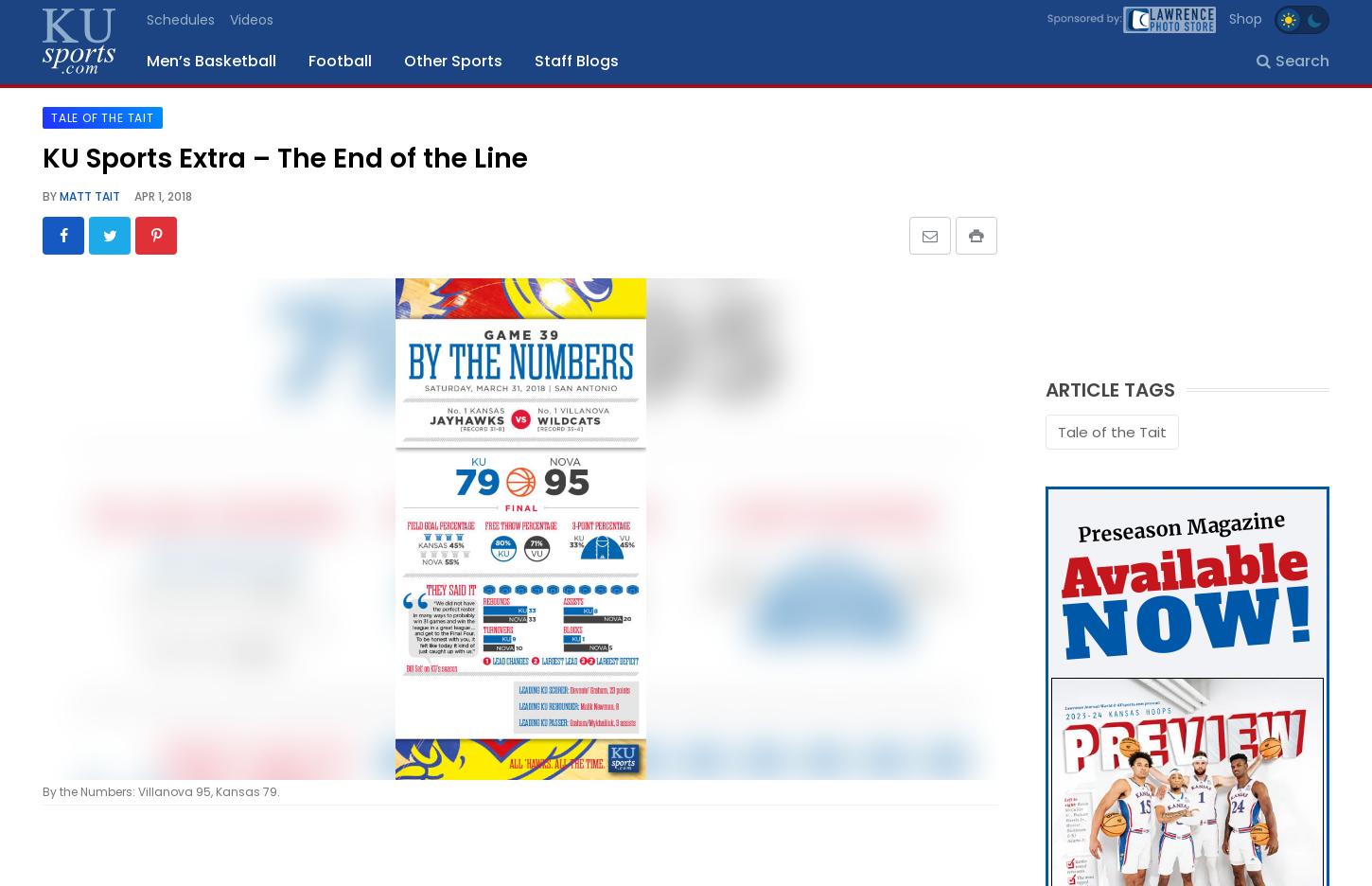 The height and width of the screenshot is (886, 1372). Describe the element at coordinates (160, 791) in the screenshot. I see `'By the Numbers: Villanova 95, Kansas 79.'` at that location.